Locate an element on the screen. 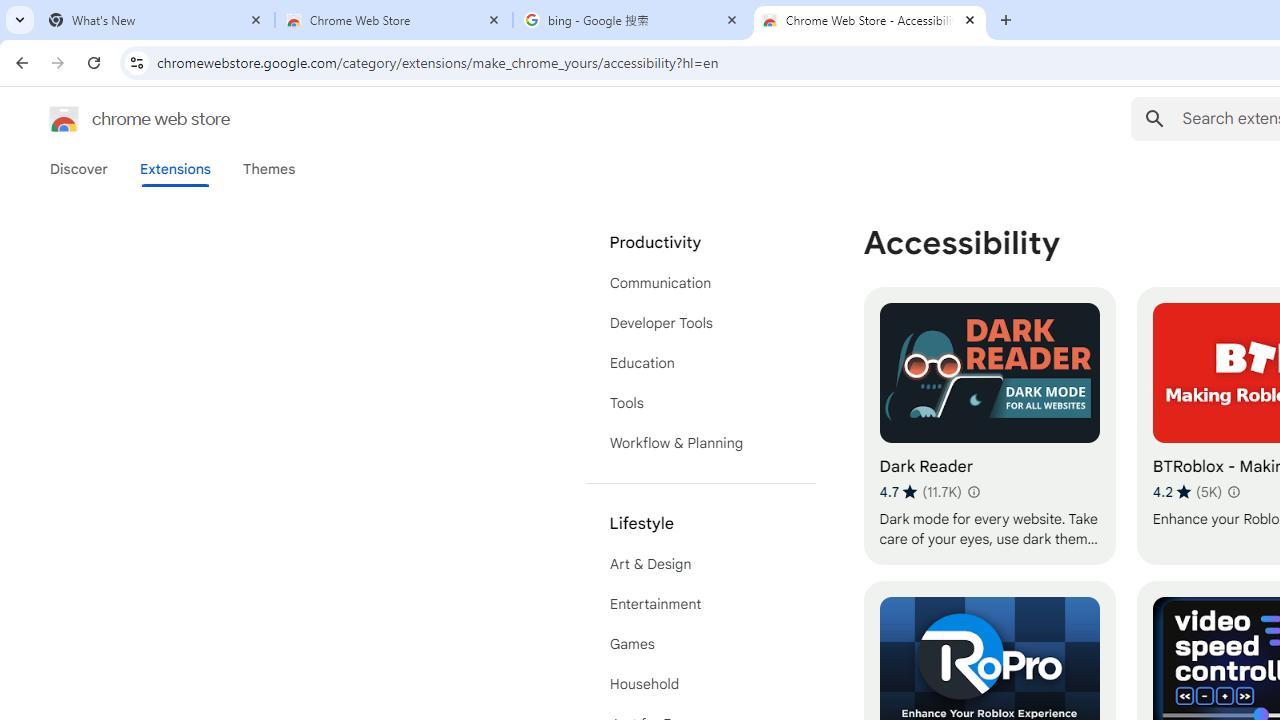  'Chrome Web Store logo' is located at coordinates (64, 119).